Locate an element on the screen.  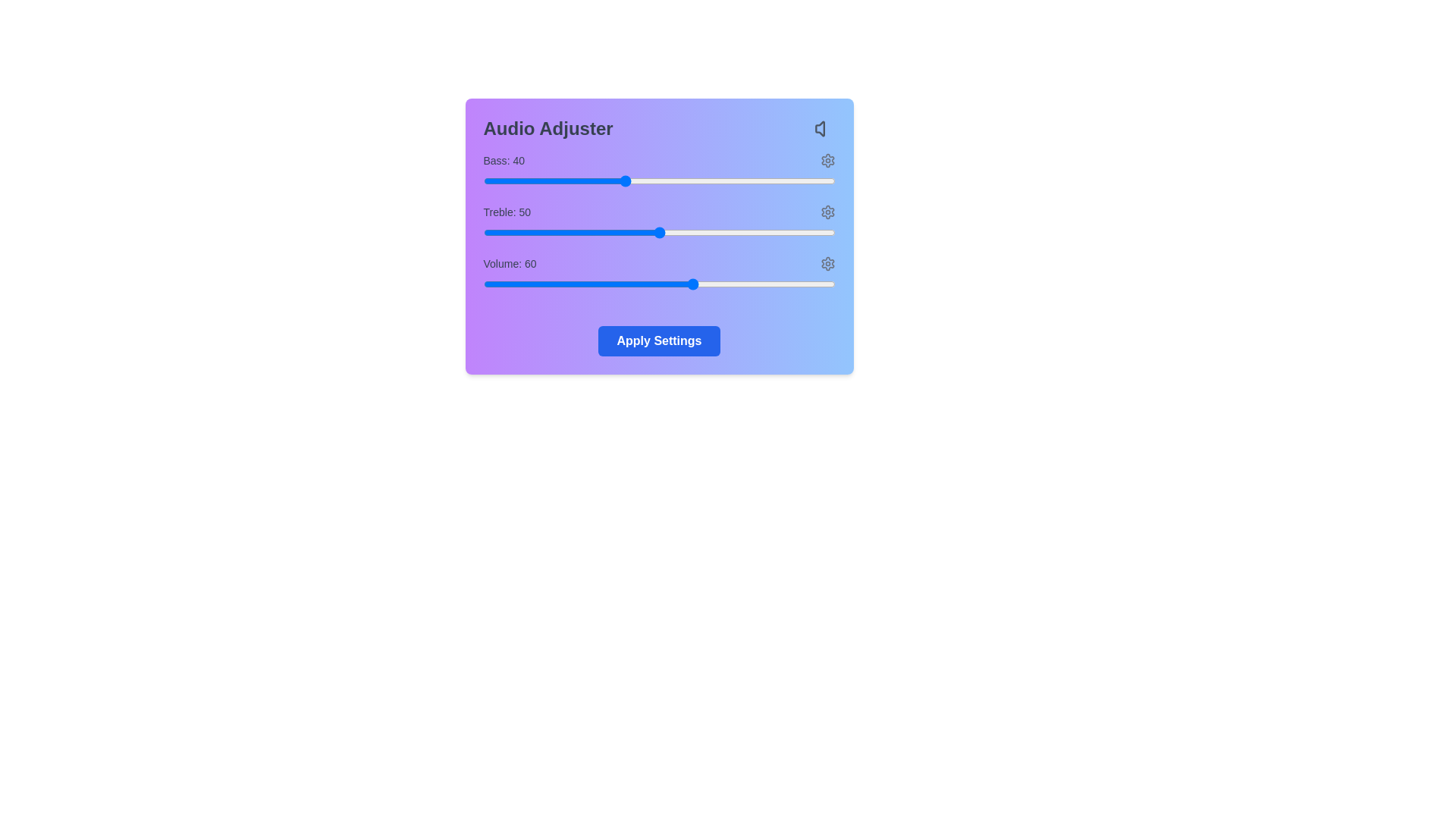
the bass level is located at coordinates (602, 180).